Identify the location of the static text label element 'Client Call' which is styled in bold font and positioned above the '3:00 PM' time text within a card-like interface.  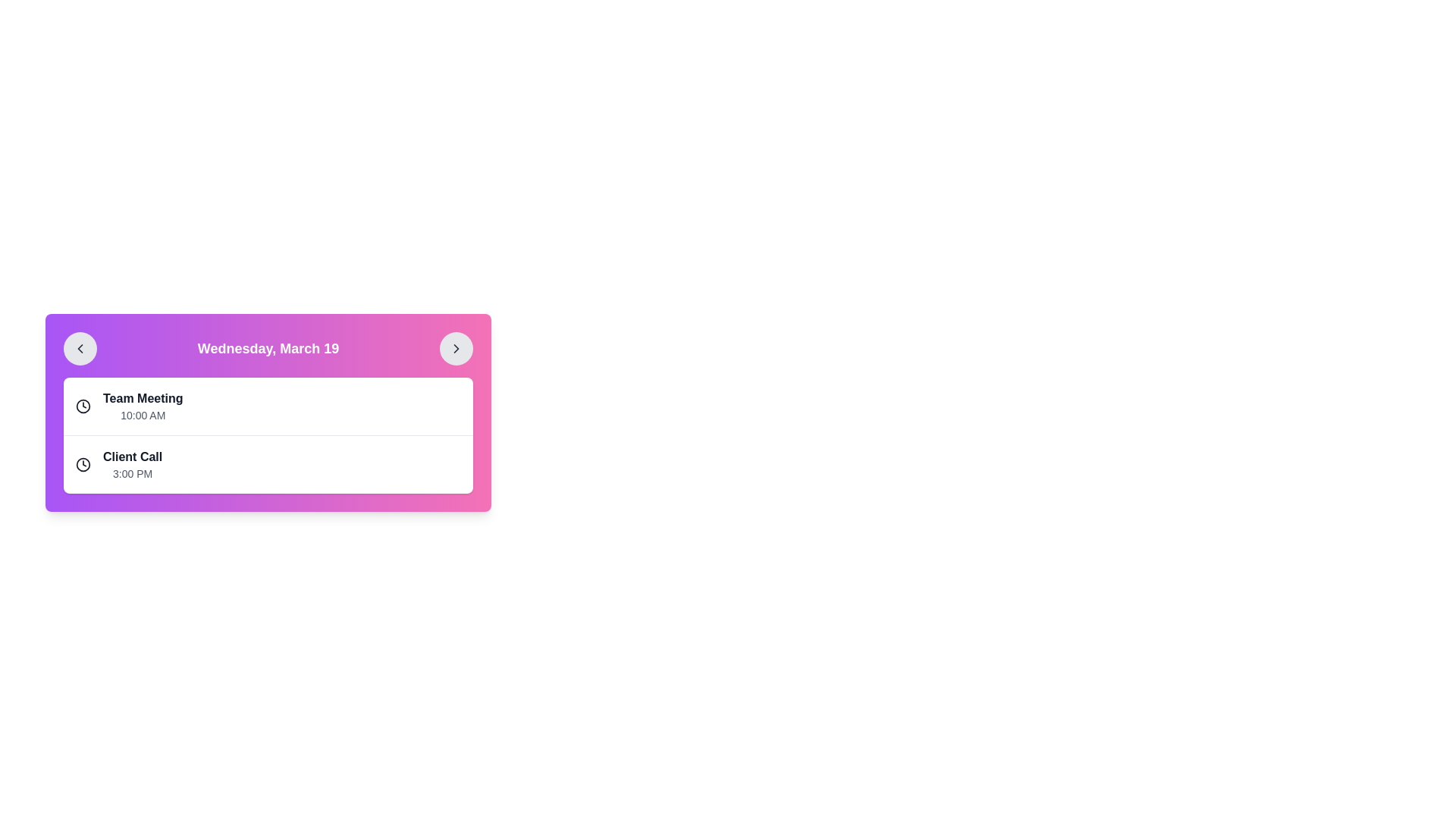
(133, 456).